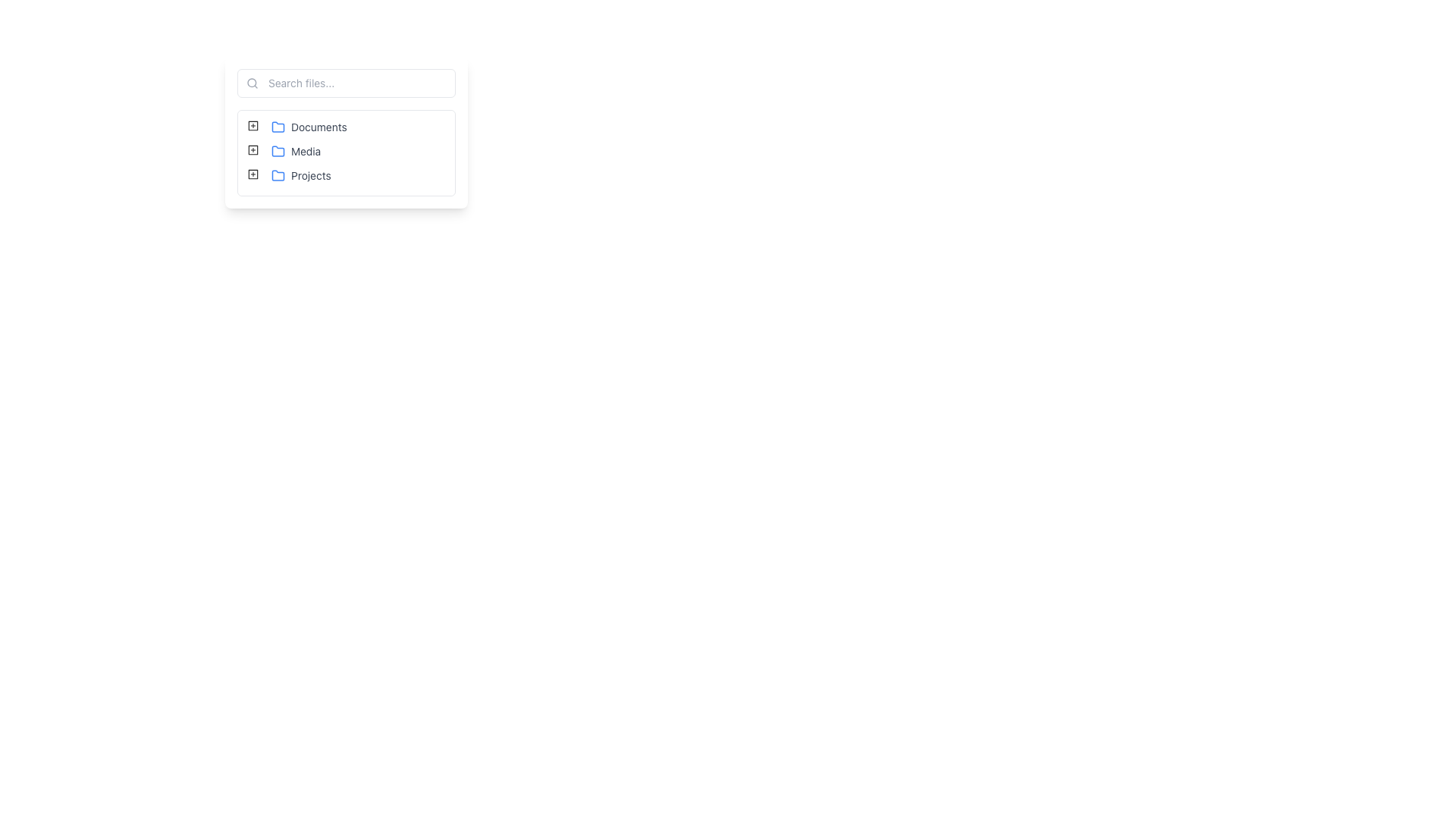  What do you see at coordinates (301, 174) in the screenshot?
I see `the 'Projects' folder item in the navigational tree` at bounding box center [301, 174].